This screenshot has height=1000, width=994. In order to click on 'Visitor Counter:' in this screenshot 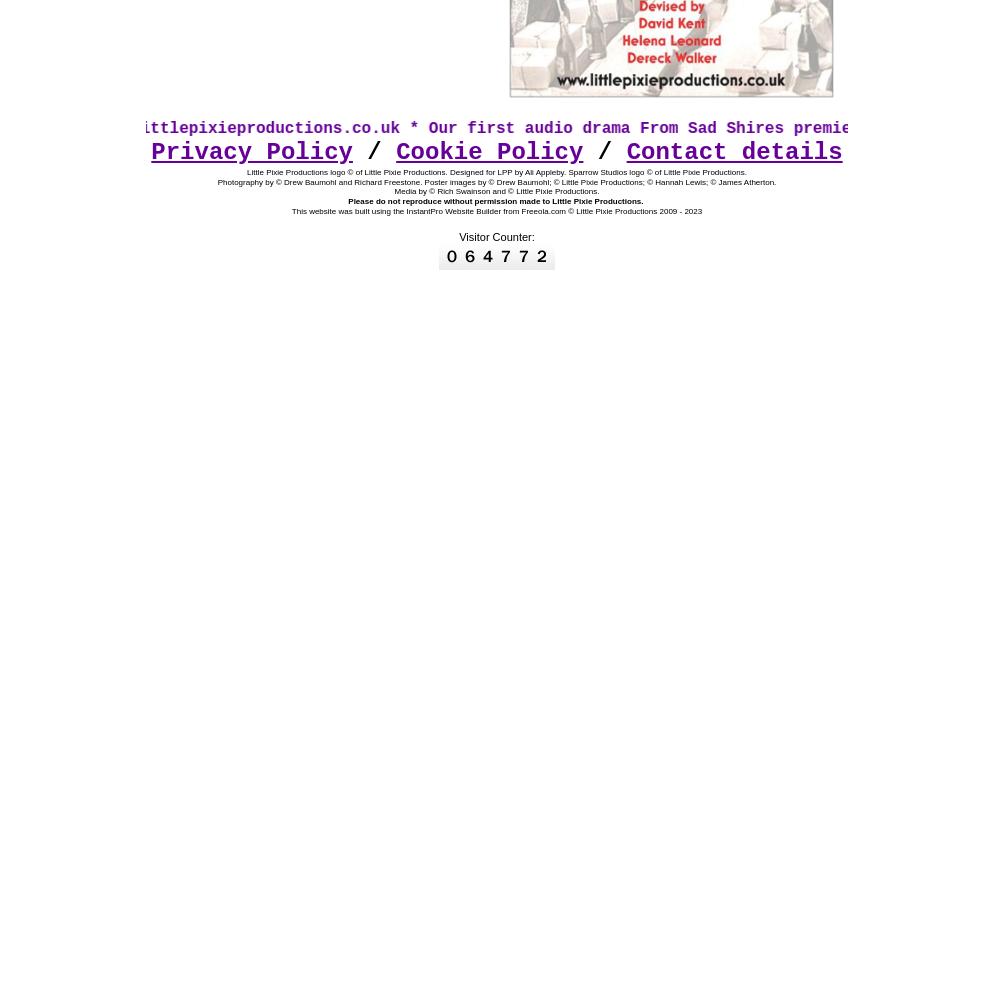, I will do `click(495, 236)`.